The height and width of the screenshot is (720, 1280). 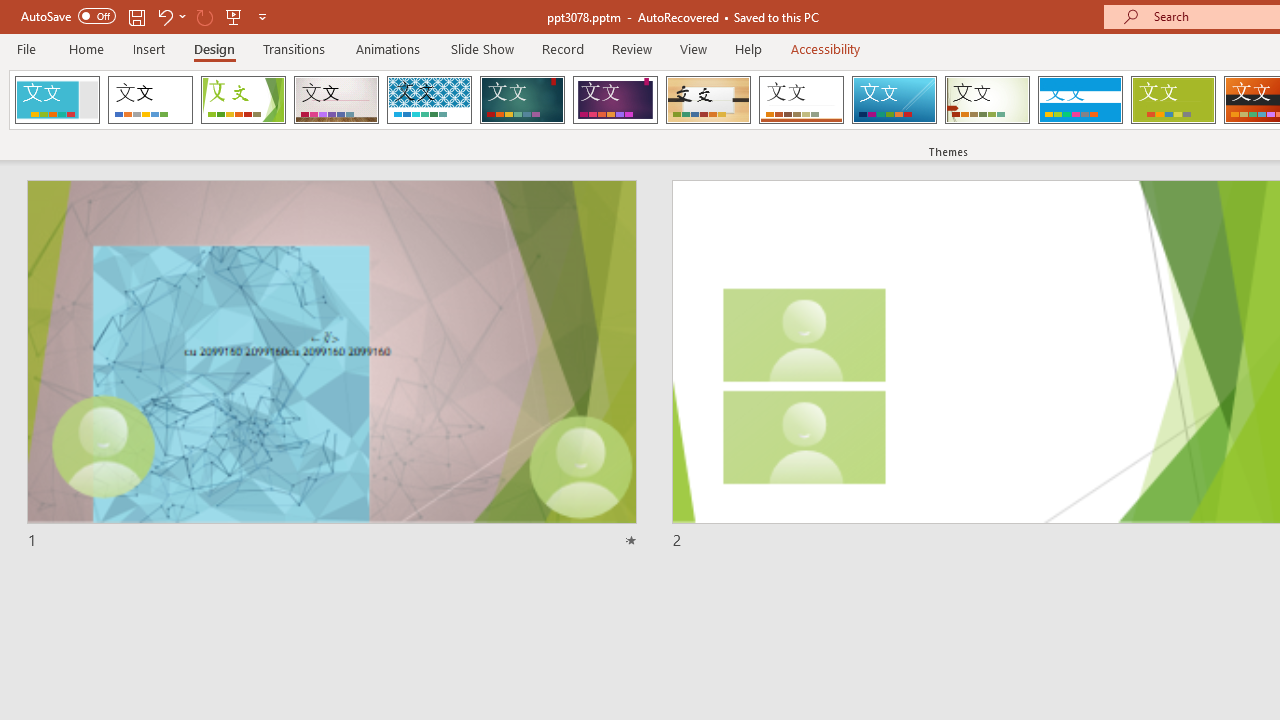 What do you see at coordinates (242, 100) in the screenshot?
I see `'Facet'` at bounding box center [242, 100].